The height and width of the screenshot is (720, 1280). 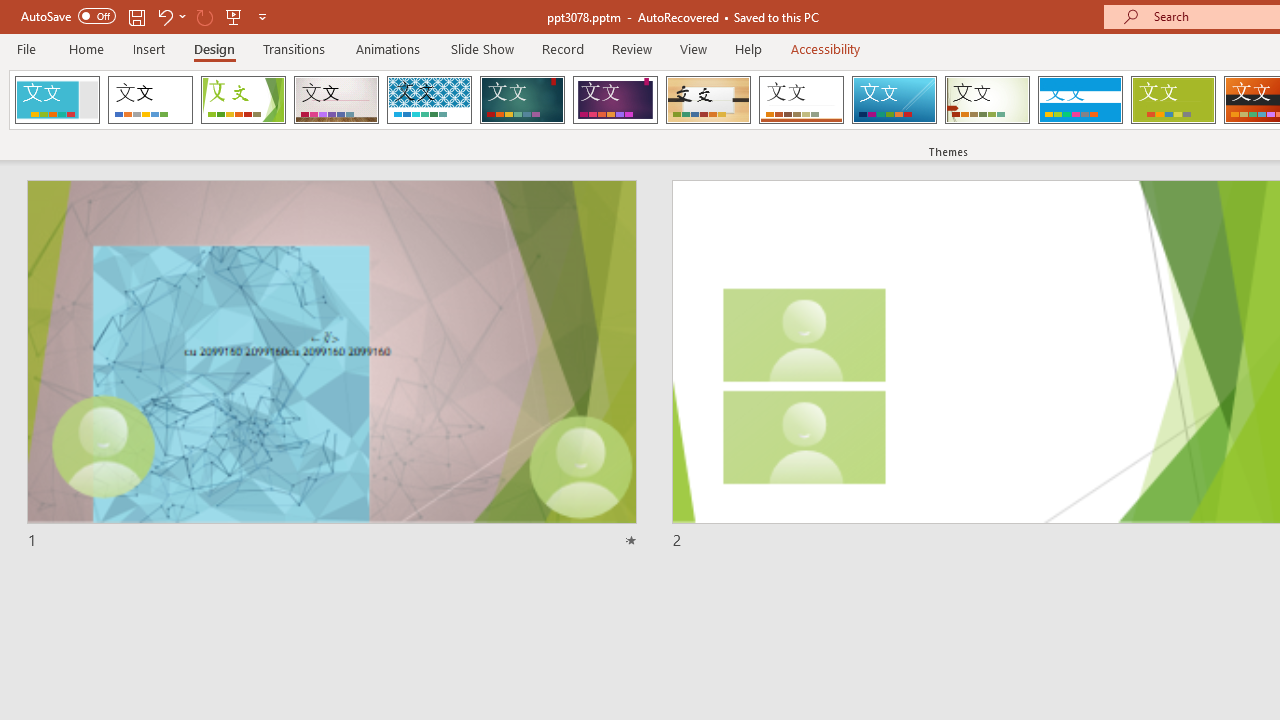 What do you see at coordinates (242, 100) in the screenshot?
I see `'Facet'` at bounding box center [242, 100].